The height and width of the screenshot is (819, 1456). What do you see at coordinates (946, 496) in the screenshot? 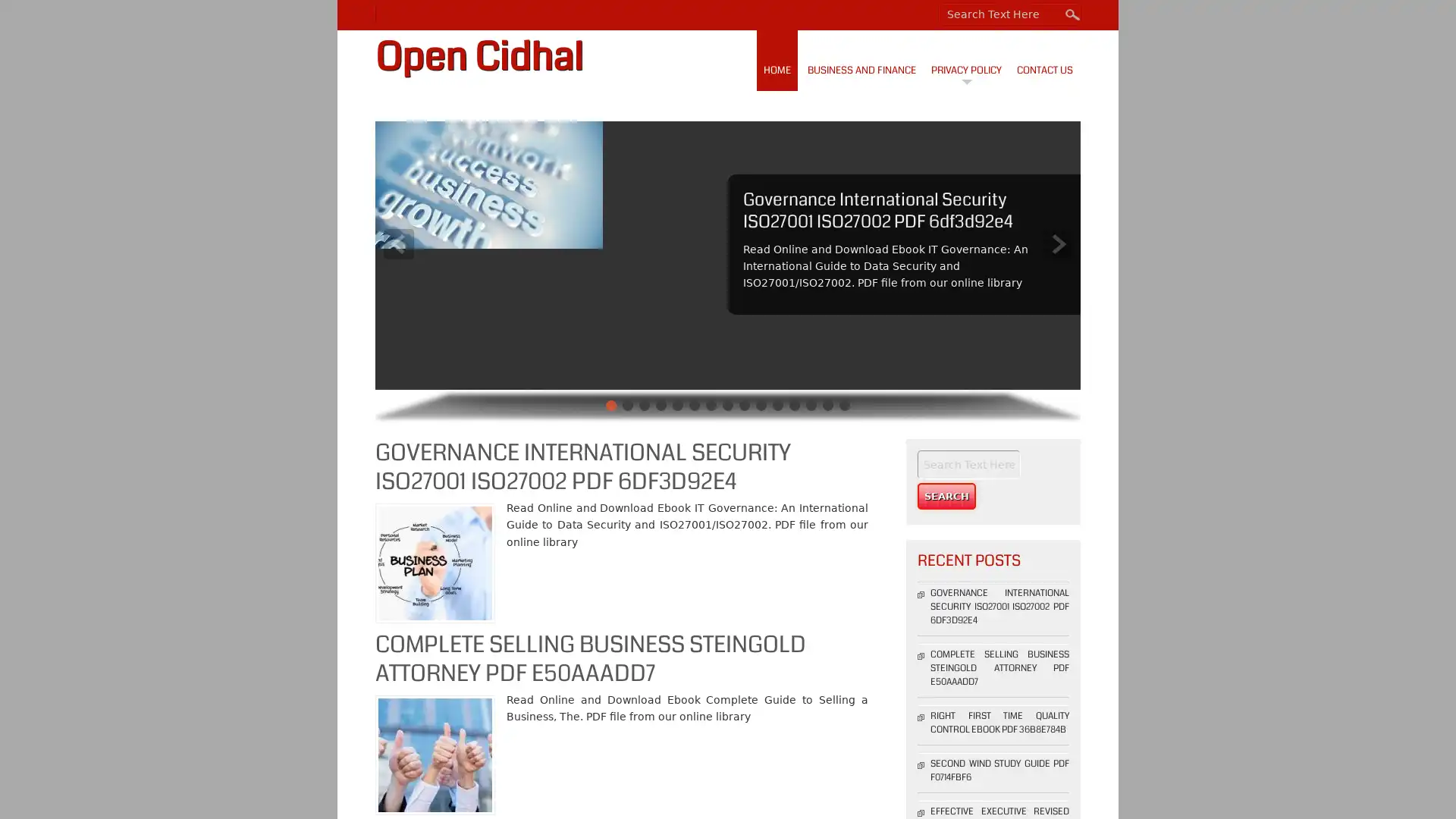
I see `Search` at bounding box center [946, 496].